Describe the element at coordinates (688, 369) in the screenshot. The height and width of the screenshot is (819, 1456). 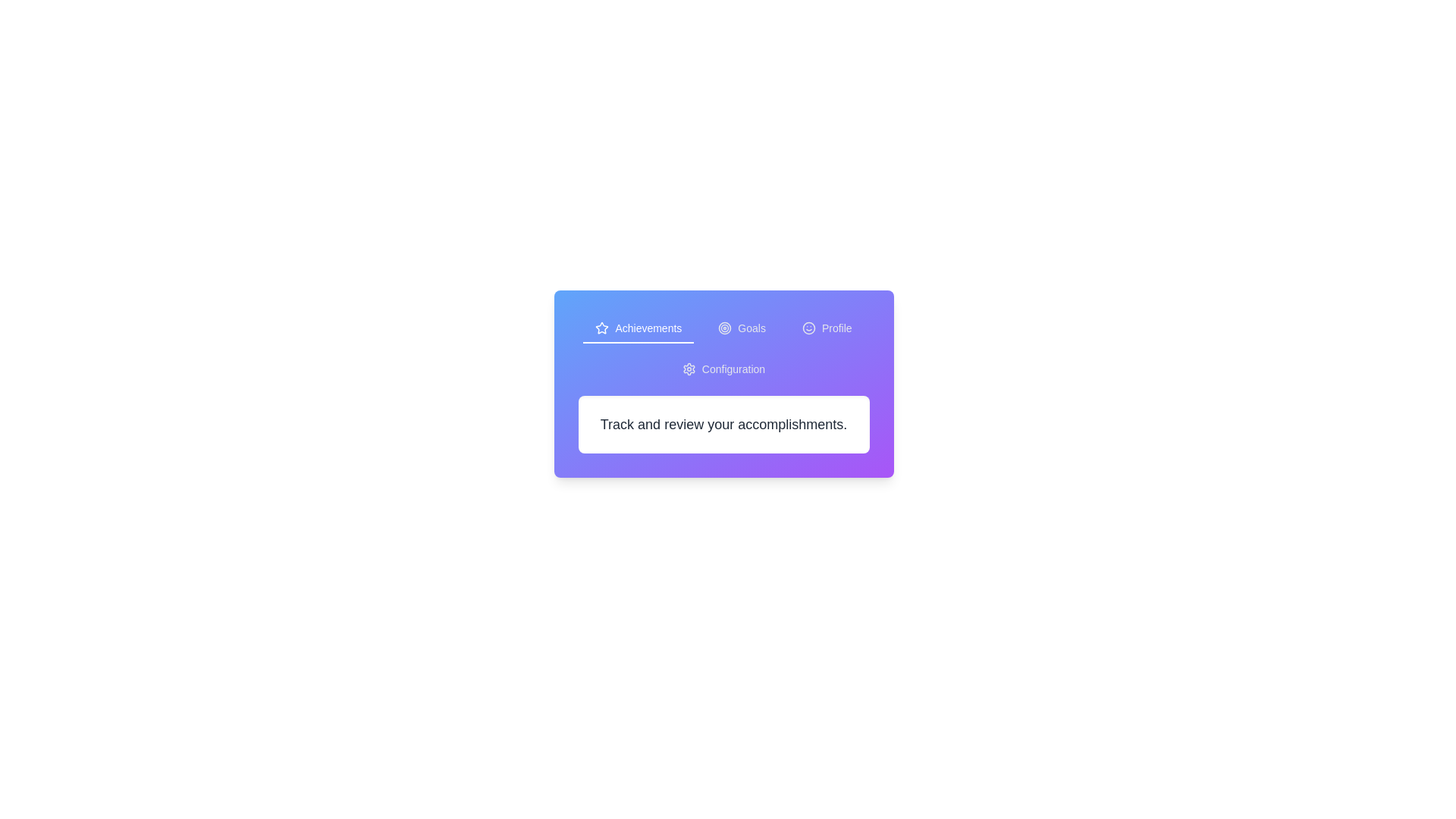
I see `the icon associated with the Configuration tab to verify its functionality` at that location.